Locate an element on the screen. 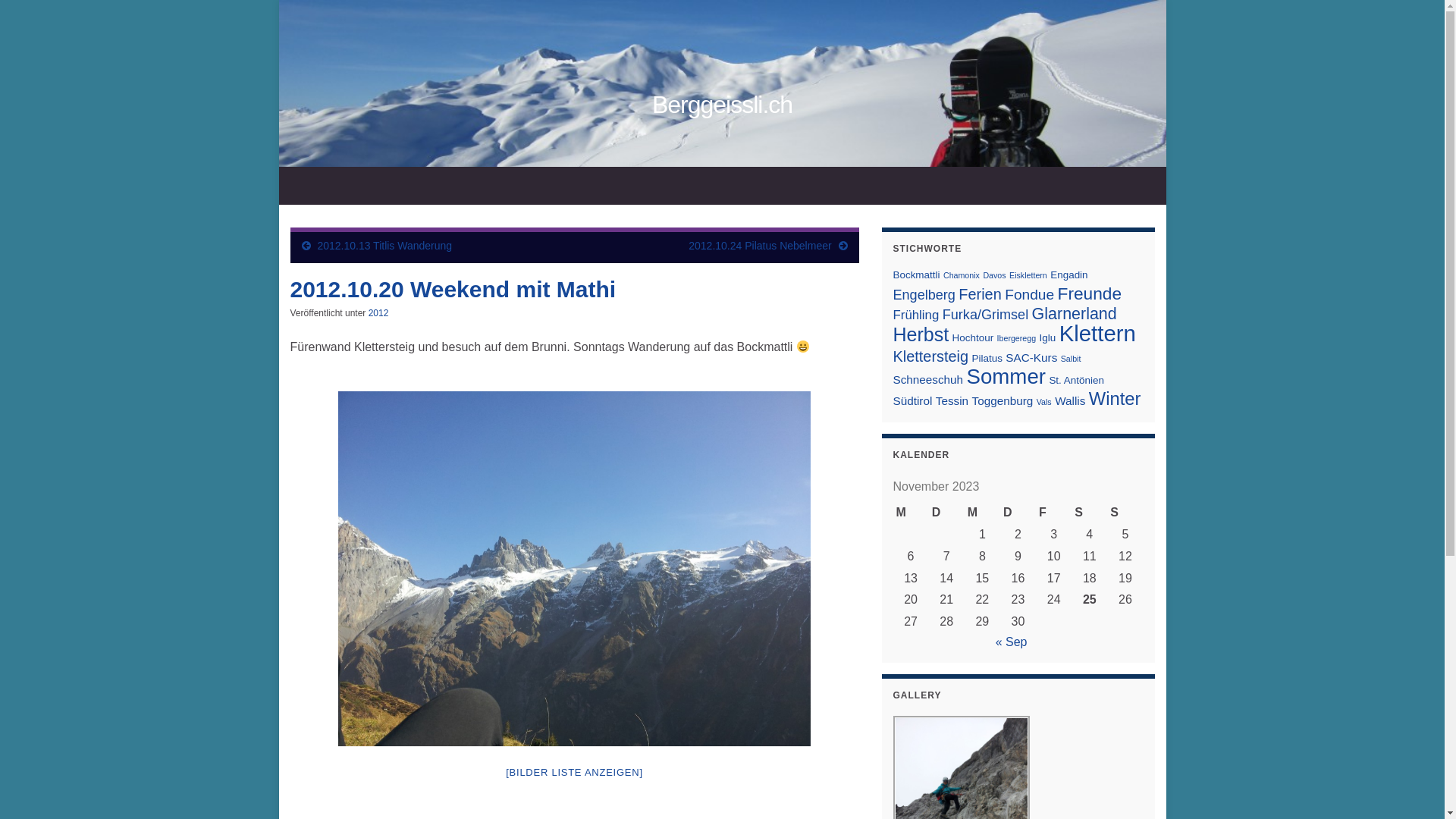 Image resolution: width=1456 pixels, height=819 pixels. 'Freunde' is located at coordinates (1089, 293).